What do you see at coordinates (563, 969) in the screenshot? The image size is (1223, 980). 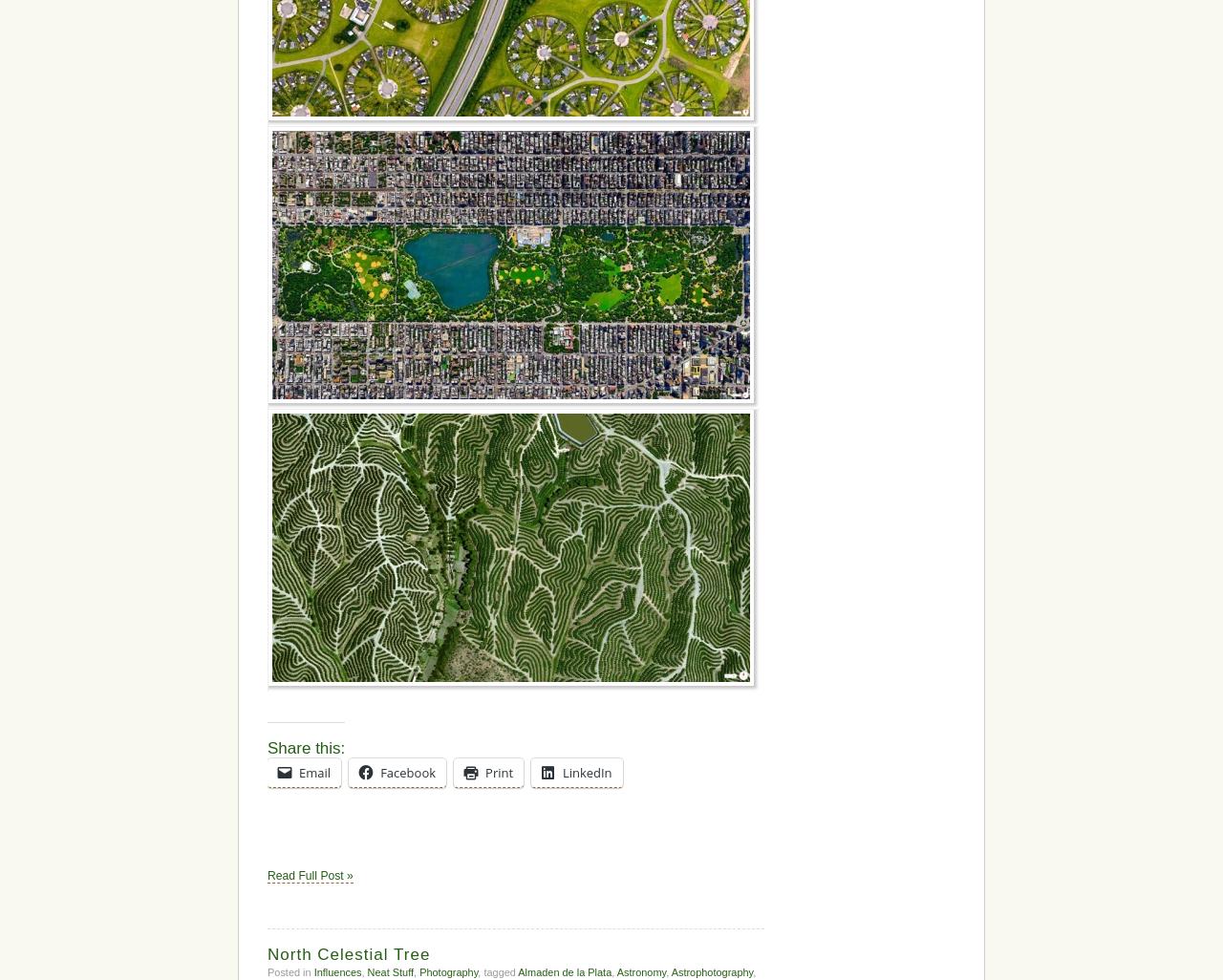 I see `'Almaden de la Plata'` at bounding box center [563, 969].